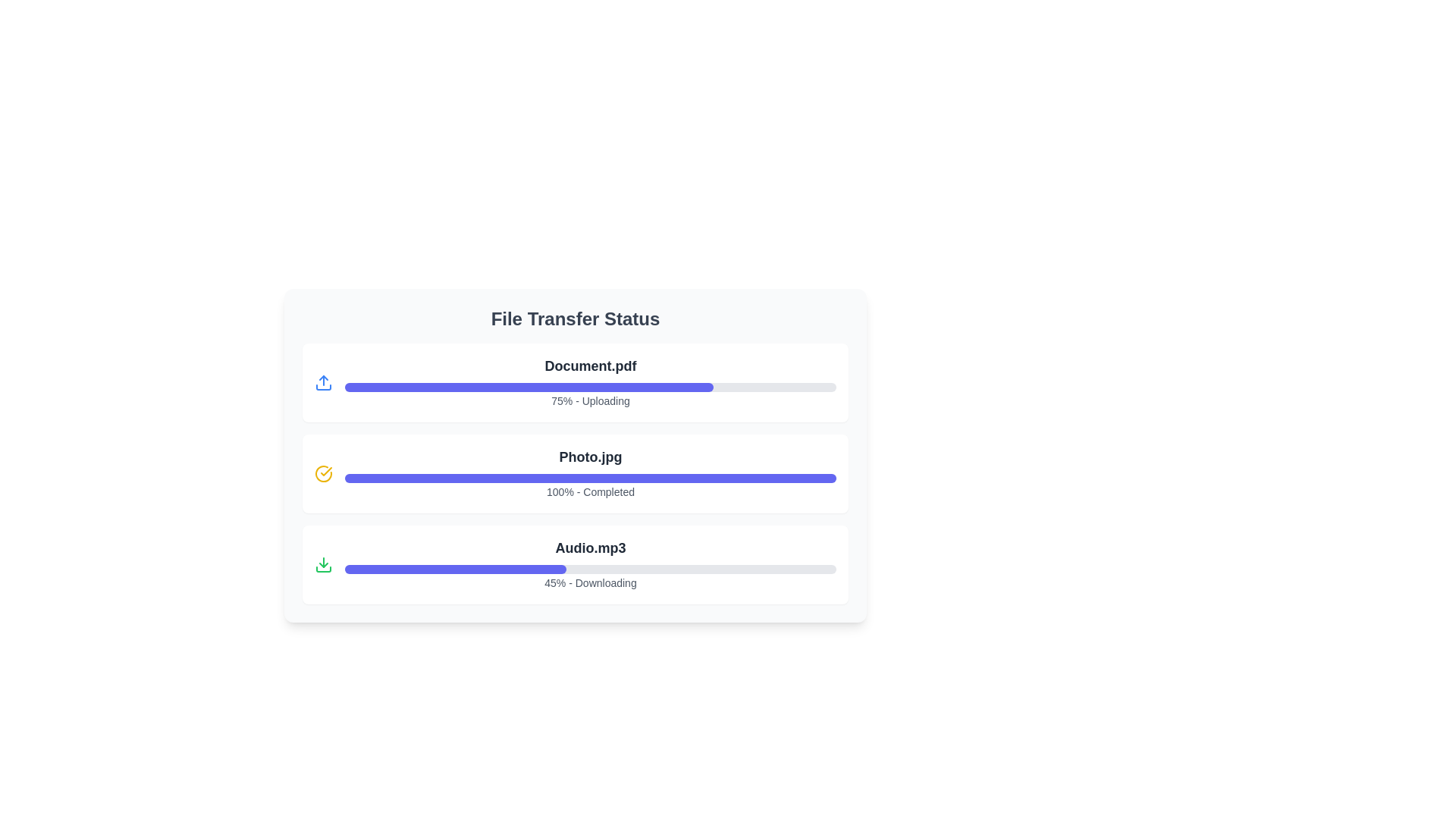 Image resolution: width=1456 pixels, height=819 pixels. Describe the element at coordinates (589, 382) in the screenshot. I see `the File transfer progress card, which displays the current status of a file upload and is the first card in a vertically stacked list of file transfer cards` at that location.